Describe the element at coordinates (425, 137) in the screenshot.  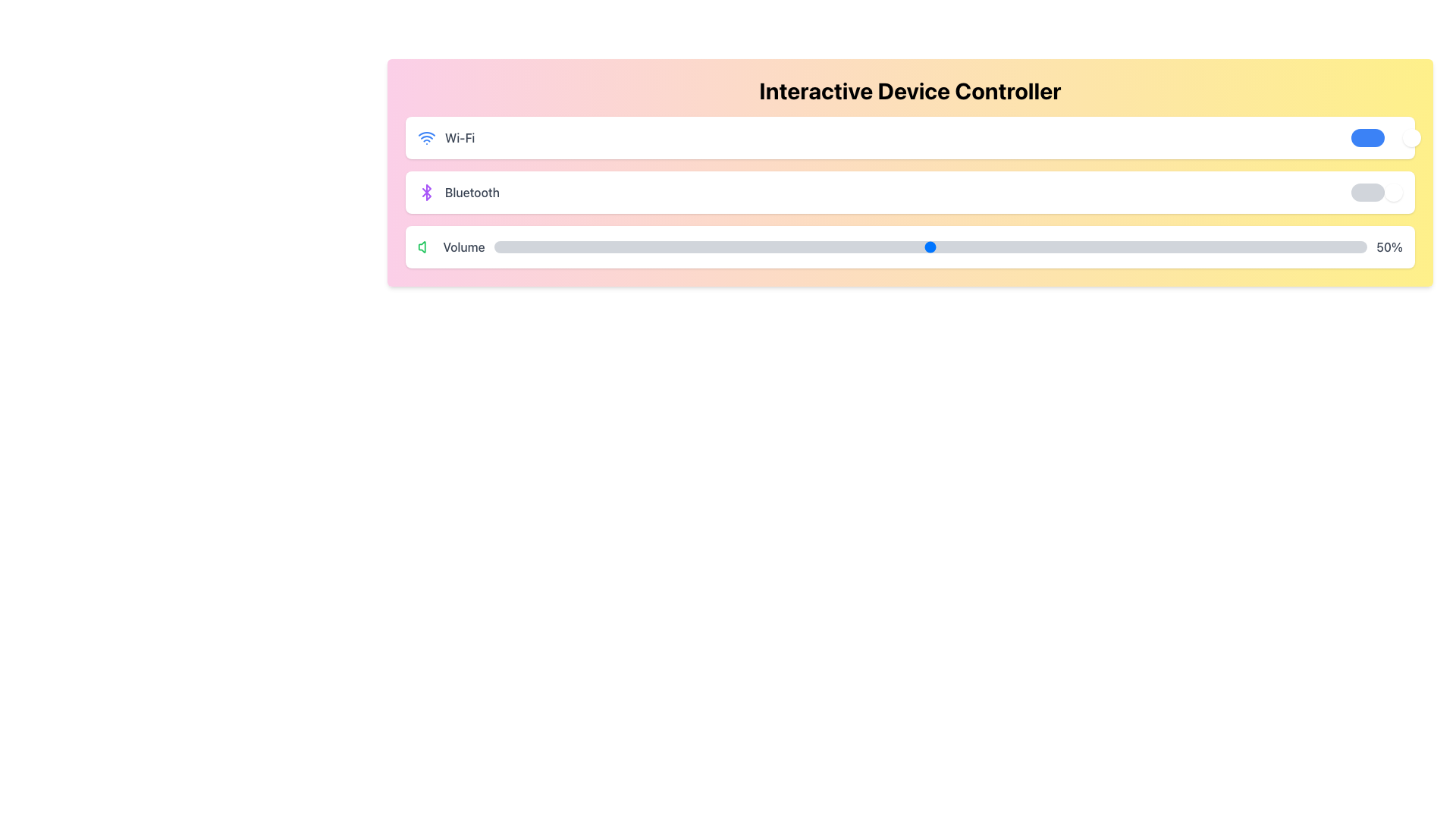
I see `the blue Wi-Fi signal icon that is positioned to the left of the 'Wi-Fi' text in the 'Interactive Device Controller' options list` at that location.